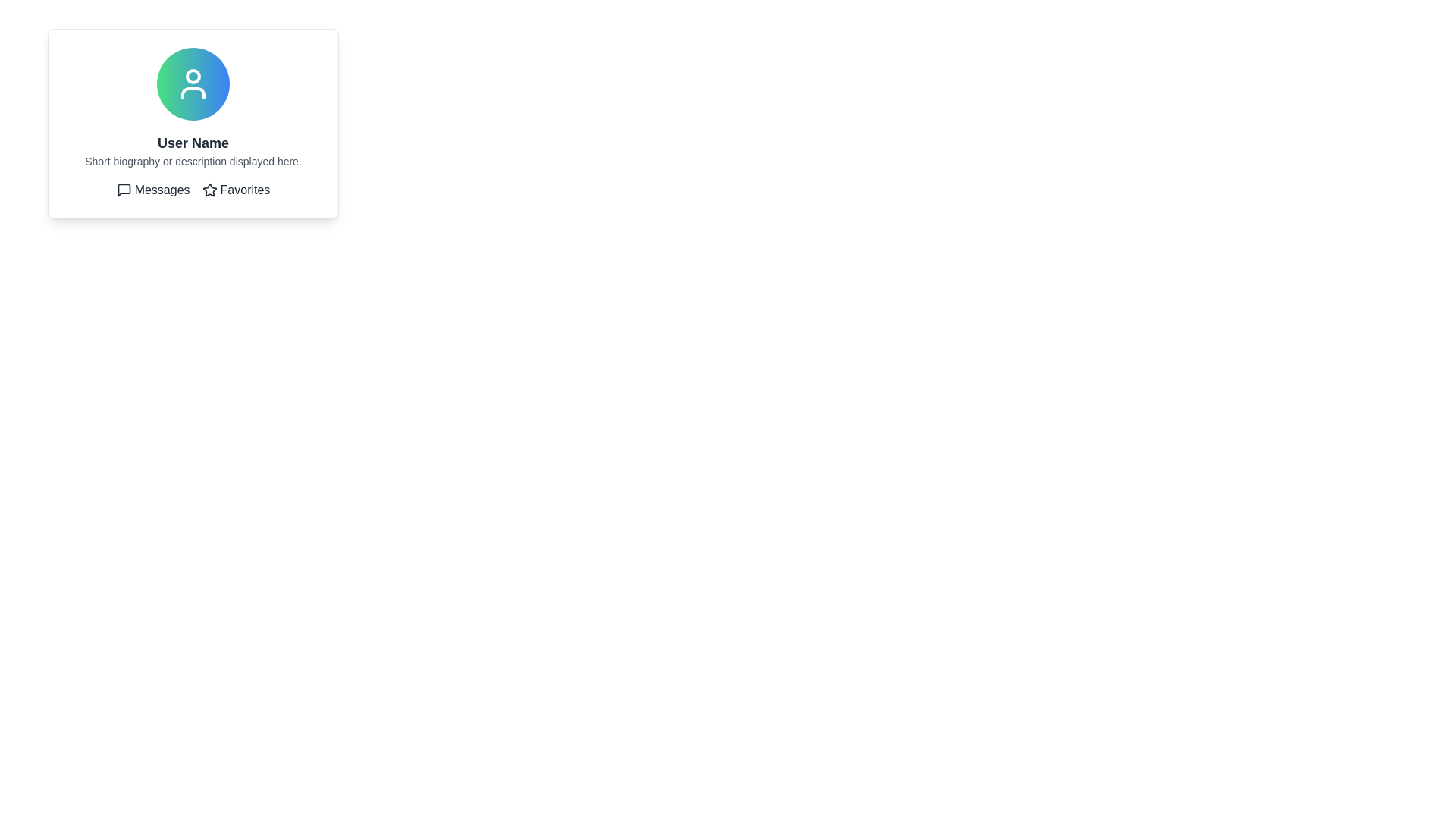  I want to click on the speech bubble icon located to the left of the 'Messages' label, so click(124, 189).